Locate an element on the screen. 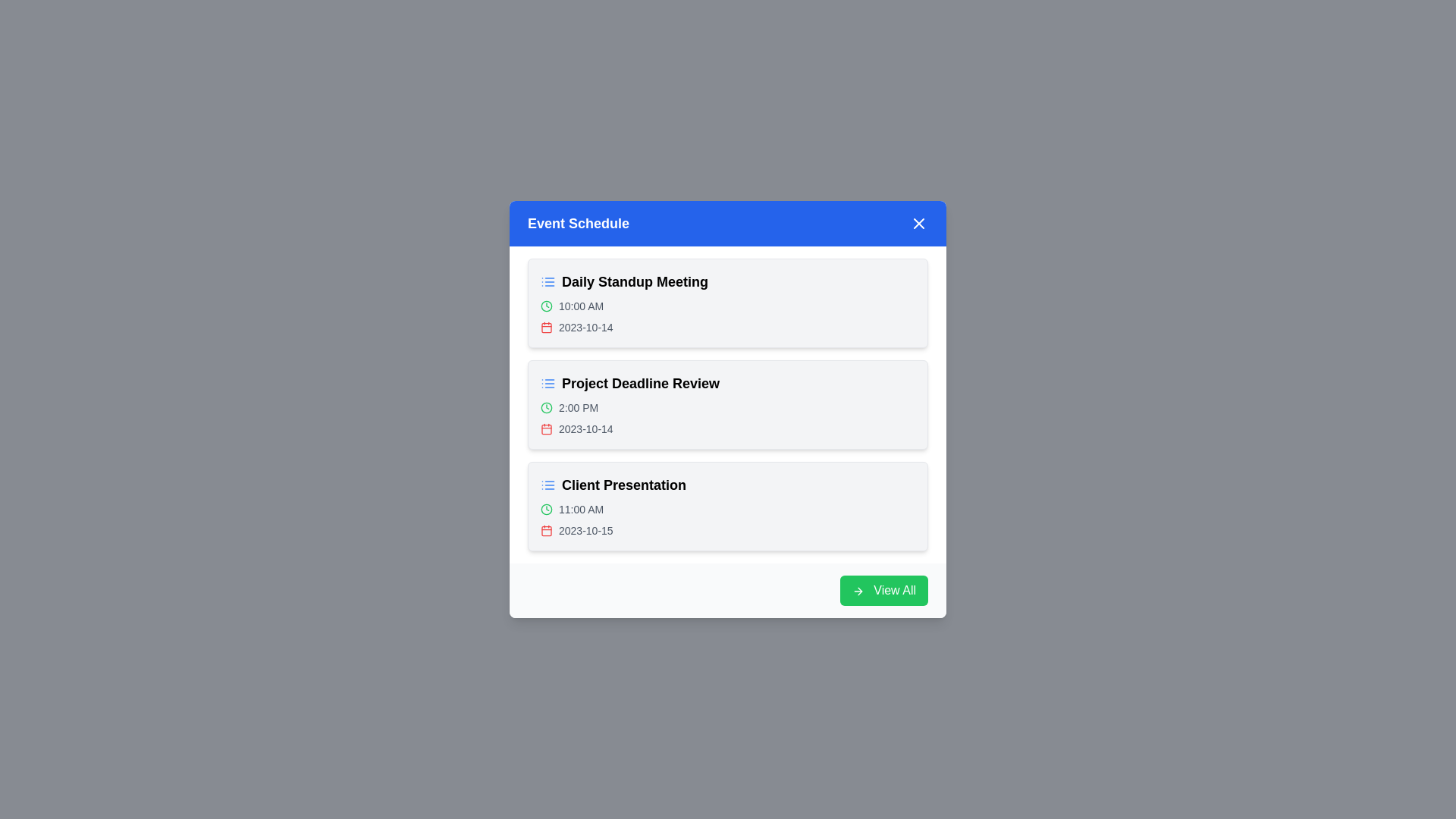 The width and height of the screenshot is (1456, 819). the close button located at the top-right corner of the 'Event Schedule' interface card is located at coordinates (918, 223).